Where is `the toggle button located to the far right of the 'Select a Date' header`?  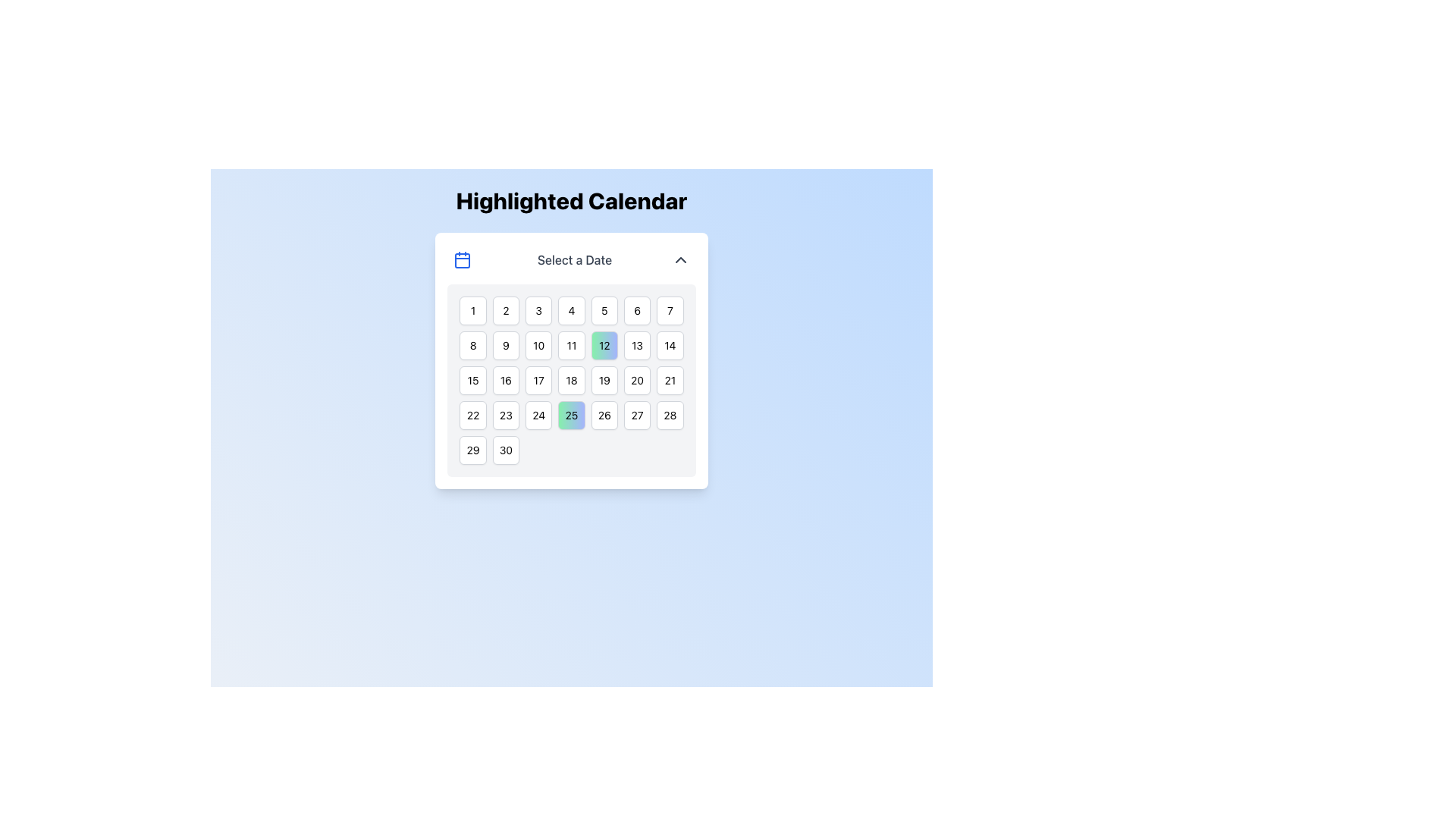
the toggle button located to the far right of the 'Select a Date' header is located at coordinates (679, 259).